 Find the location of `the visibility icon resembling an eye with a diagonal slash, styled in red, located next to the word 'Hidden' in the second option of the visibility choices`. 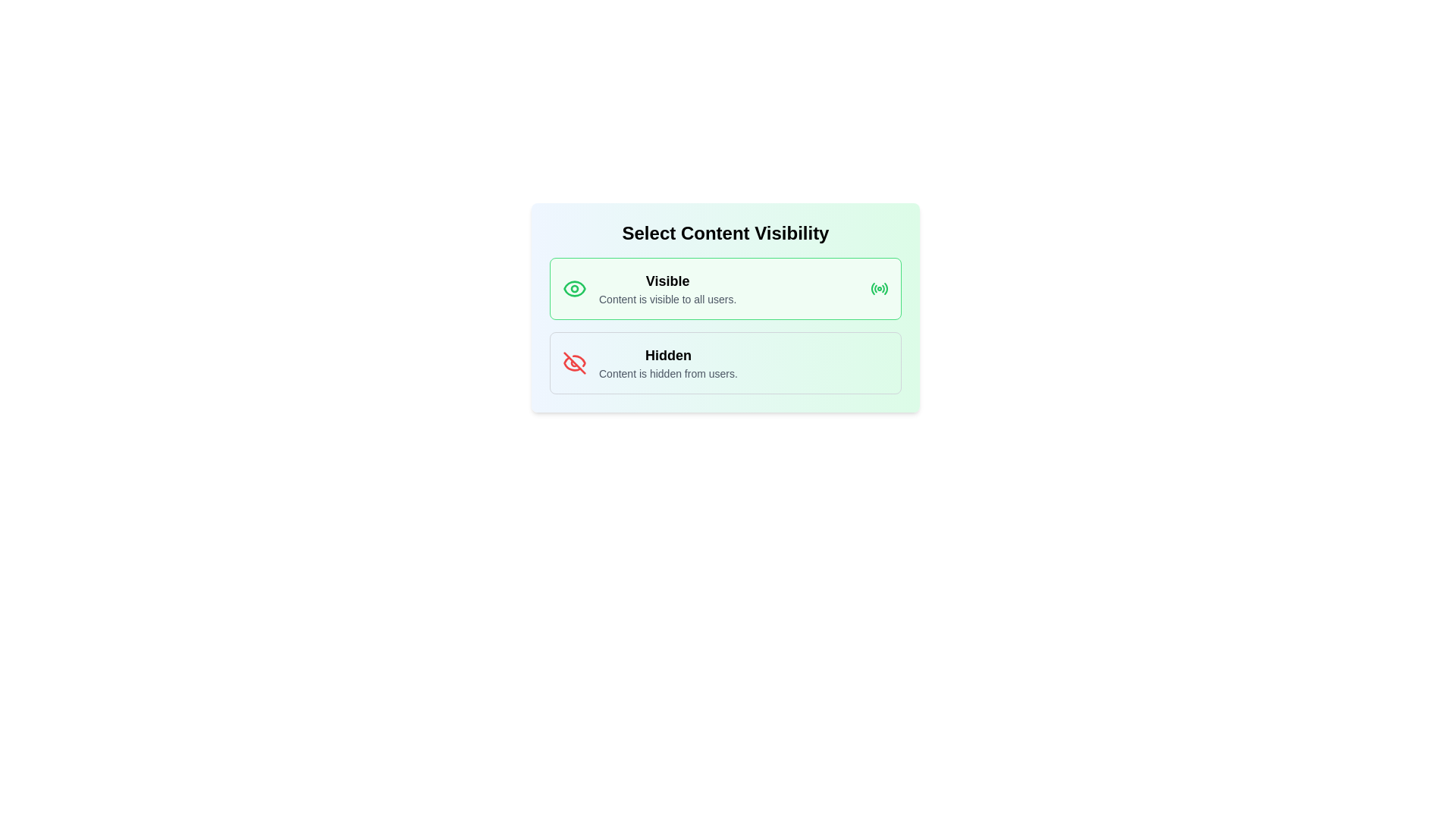

the visibility icon resembling an eye with a diagonal slash, styled in red, located next to the word 'Hidden' in the second option of the visibility choices is located at coordinates (574, 362).